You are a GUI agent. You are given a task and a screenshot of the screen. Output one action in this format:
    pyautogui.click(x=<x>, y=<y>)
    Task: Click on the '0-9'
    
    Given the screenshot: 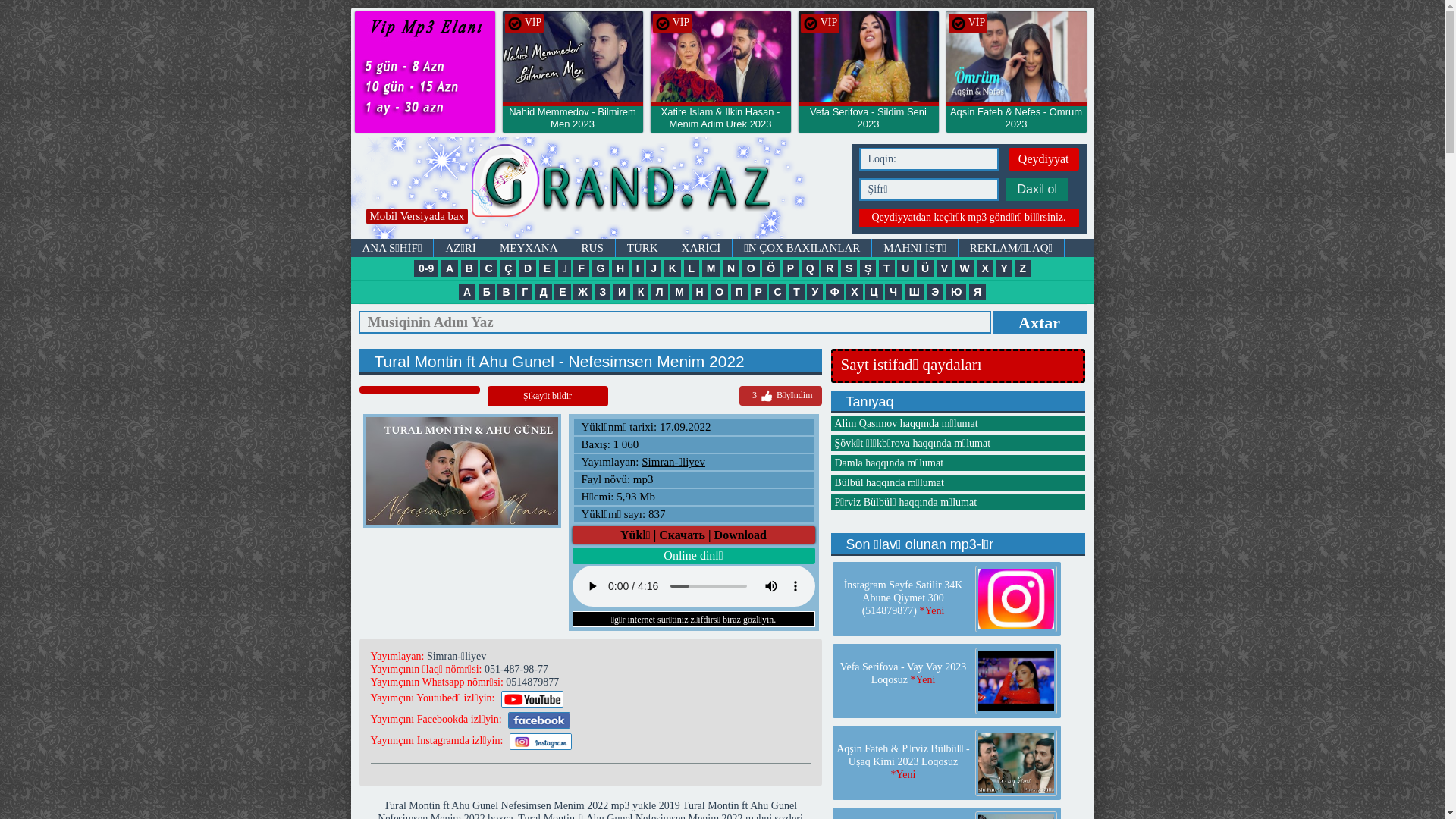 What is the action you would take?
    pyautogui.click(x=425, y=268)
    